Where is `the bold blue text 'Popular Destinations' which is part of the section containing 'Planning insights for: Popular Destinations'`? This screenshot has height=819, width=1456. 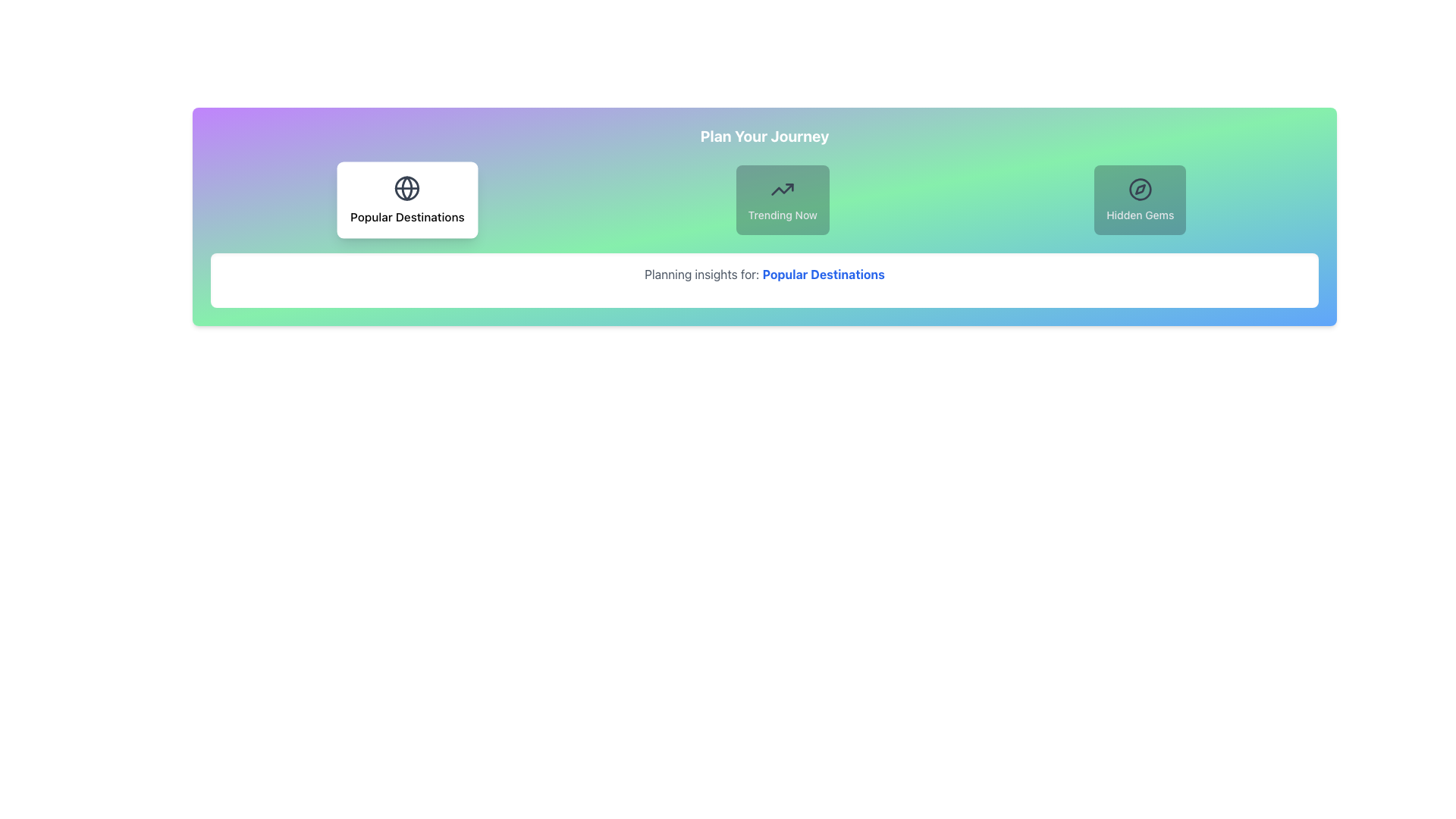 the bold blue text 'Popular Destinations' which is part of the section containing 'Planning insights for: Popular Destinations' is located at coordinates (823, 275).